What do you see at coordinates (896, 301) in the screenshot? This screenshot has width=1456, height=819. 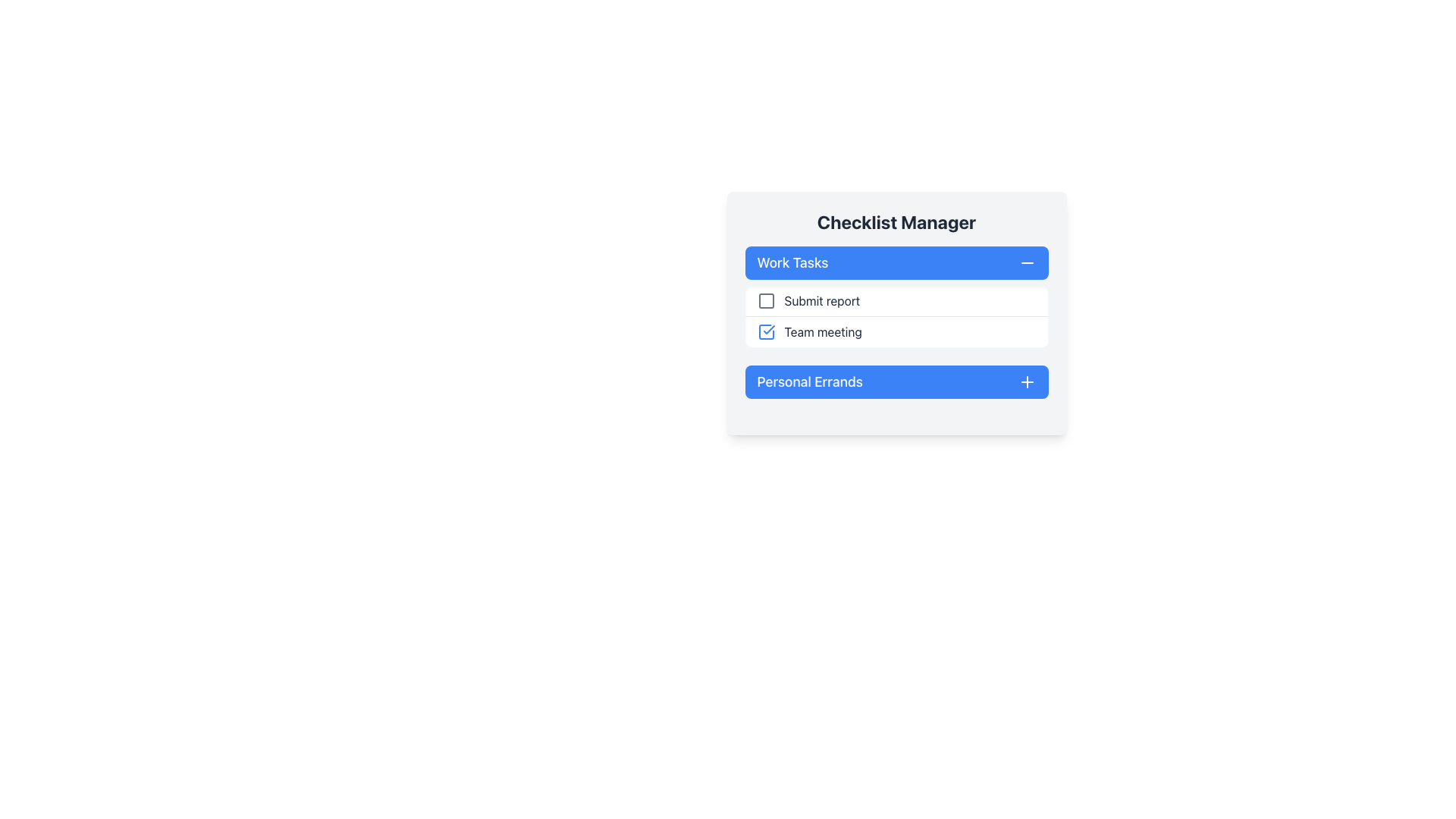 I see `the first checklist item in the 'Work Tasks' section of the 'Checklist Manager' interface` at bounding box center [896, 301].